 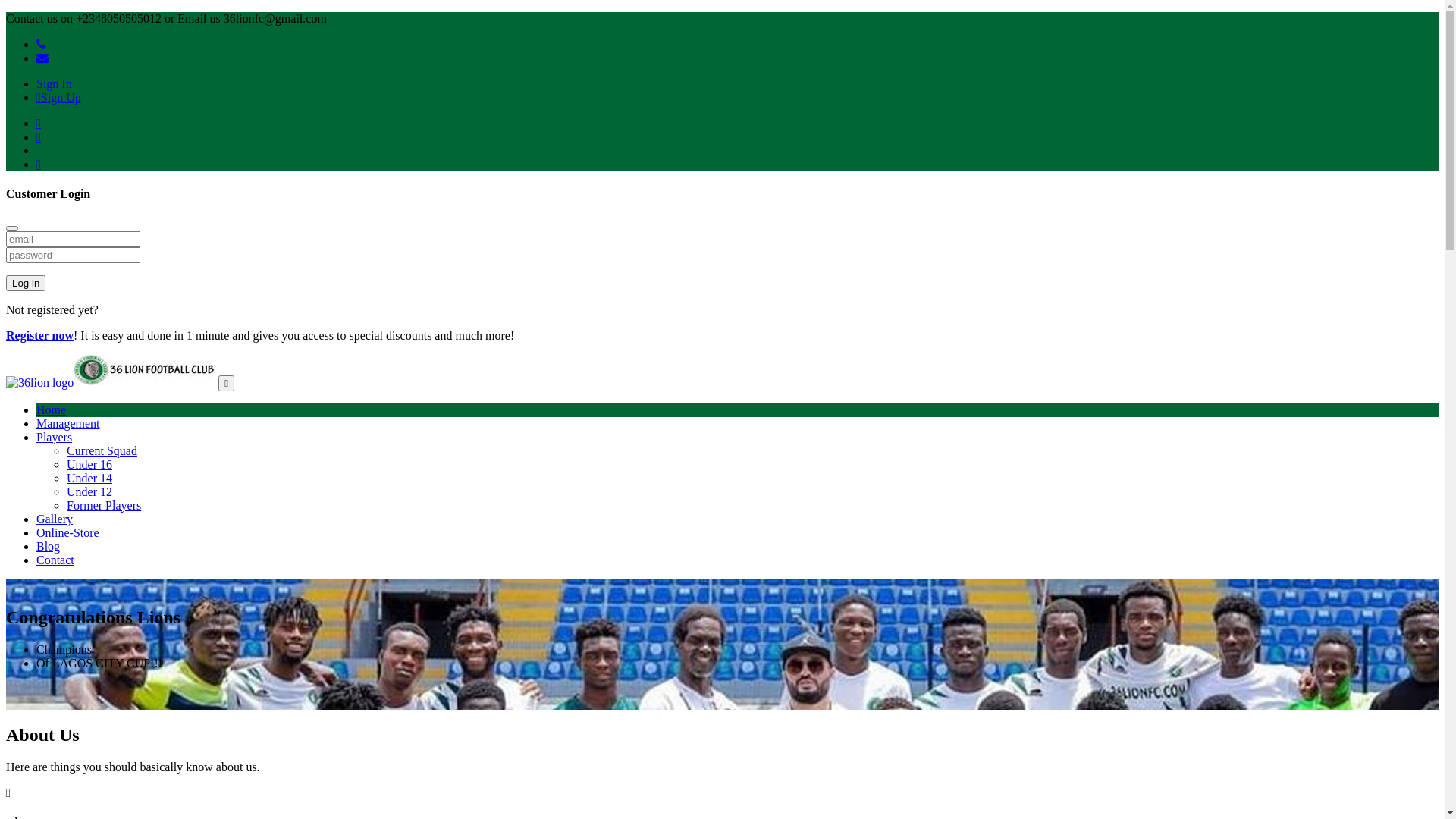 I want to click on '36 Lion FC - go to homepage', so click(x=109, y=381).